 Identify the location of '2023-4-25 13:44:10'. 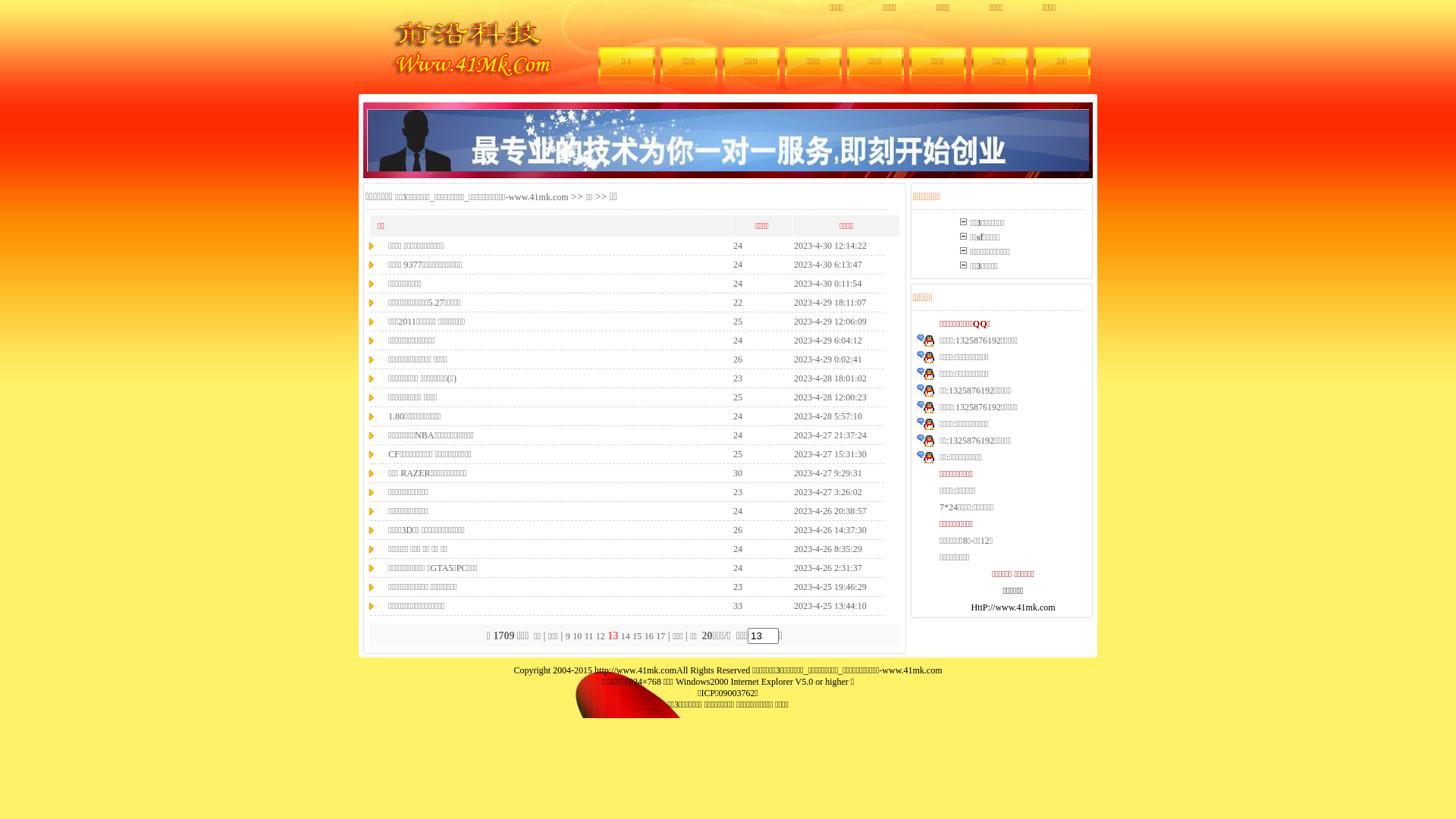
(792, 604).